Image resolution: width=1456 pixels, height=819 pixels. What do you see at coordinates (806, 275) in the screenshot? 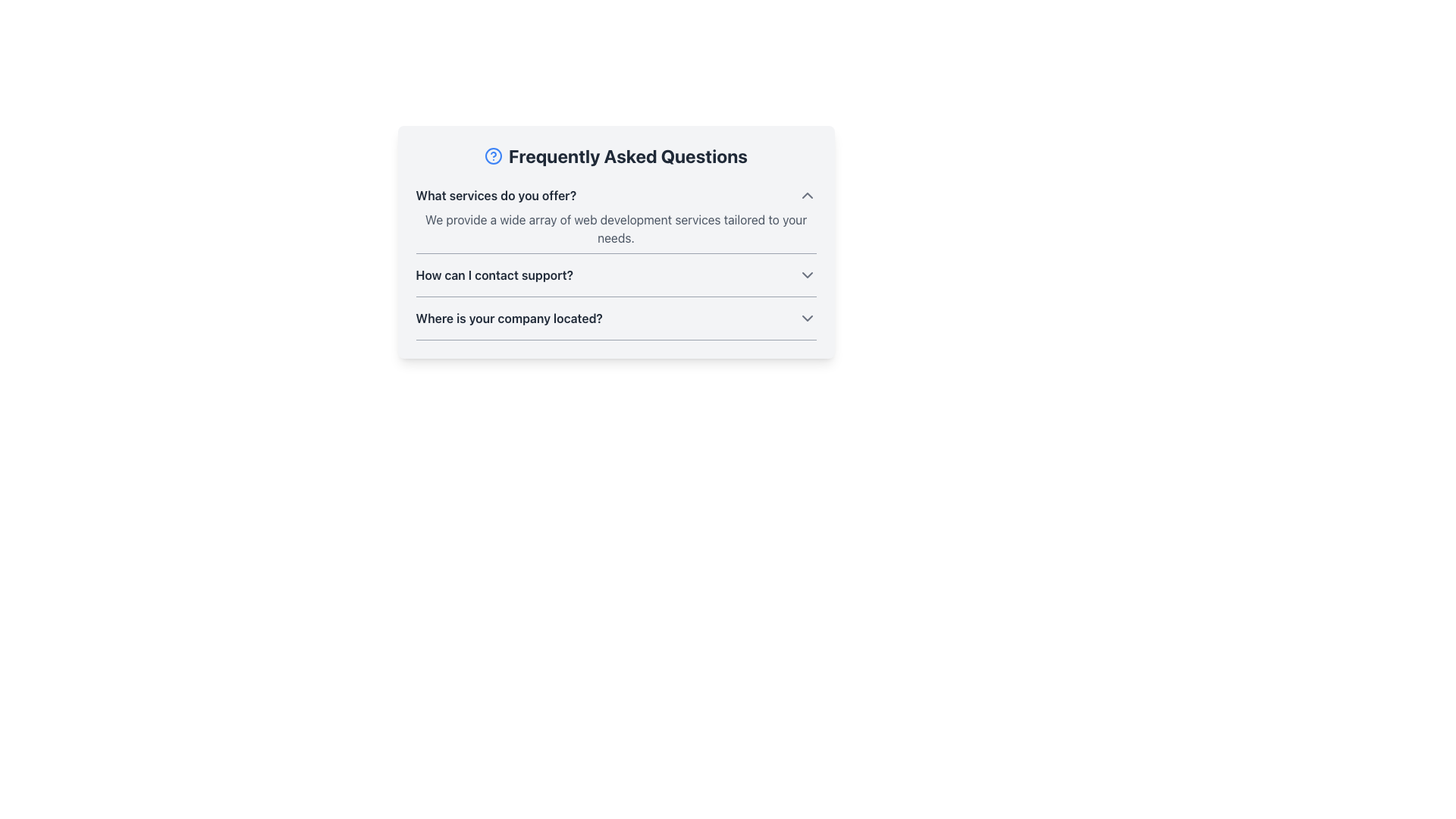
I see `the chevron icon used to toggle the FAQ entry for 'How can I contact support?'` at bounding box center [806, 275].